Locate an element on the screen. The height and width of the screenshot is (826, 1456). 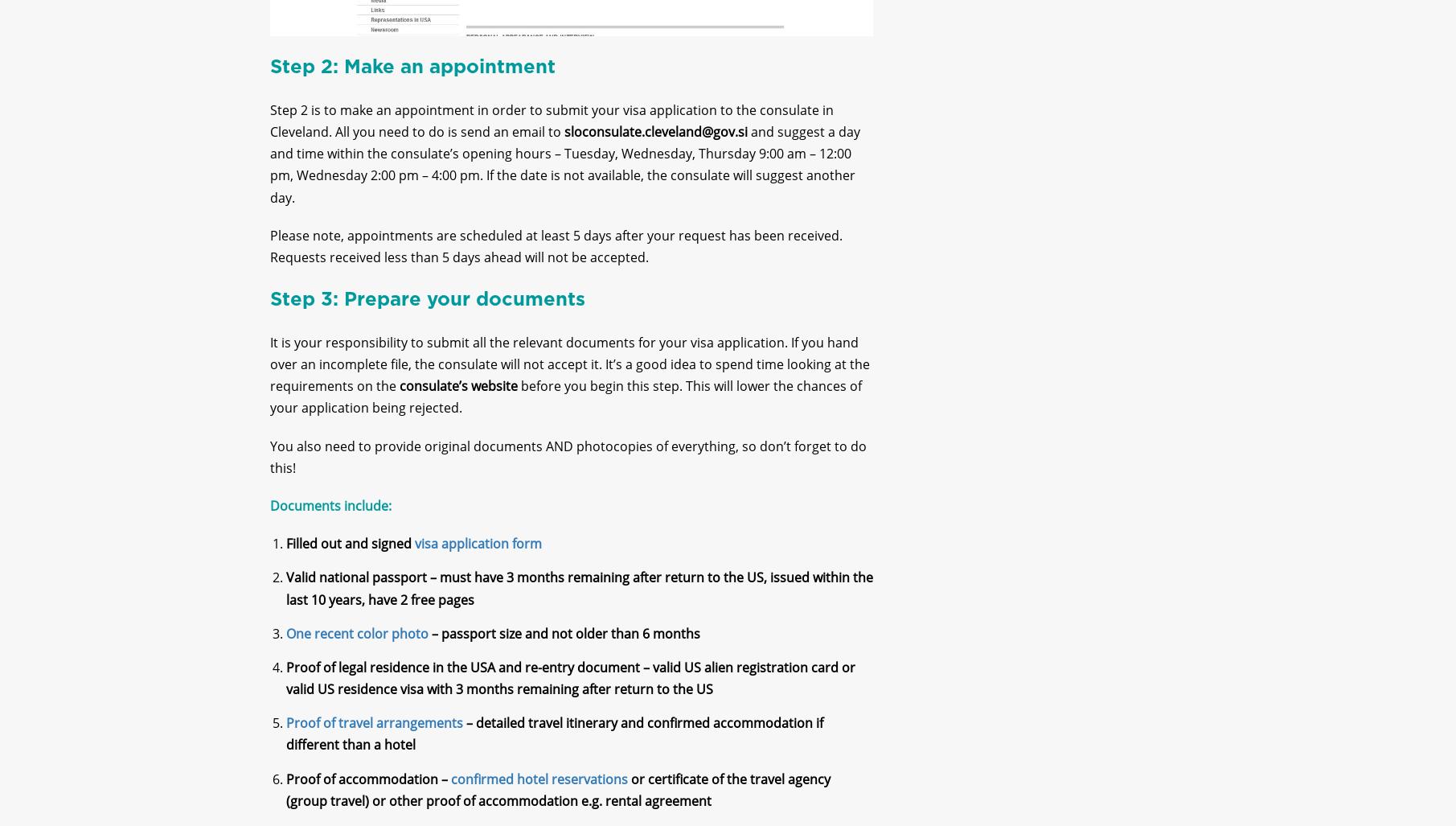
'– detailed travel itinerary and confirmed accommodation if different than a hotel' is located at coordinates (554, 747).